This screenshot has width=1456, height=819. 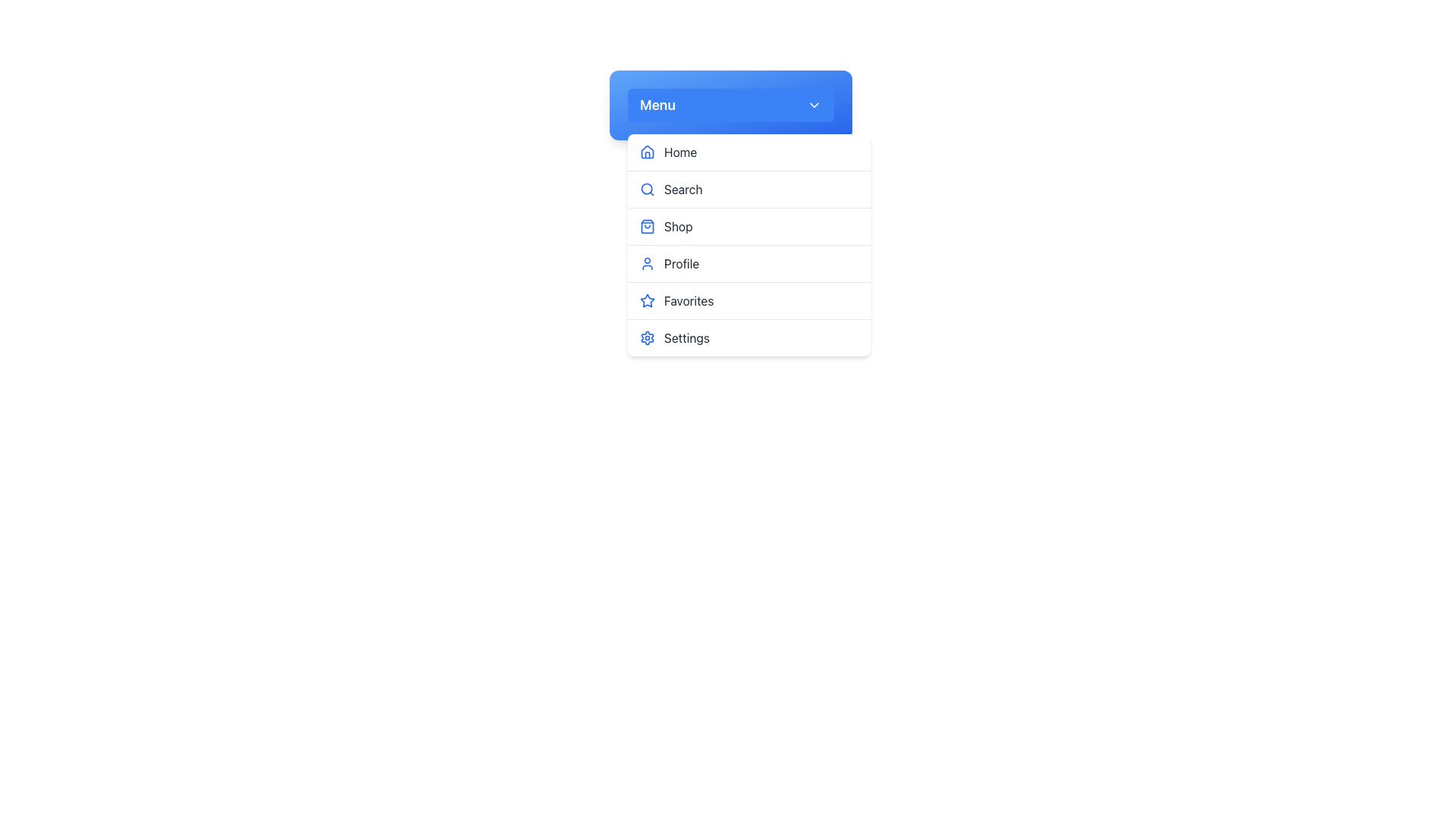 What do you see at coordinates (647, 188) in the screenshot?
I see `the blue stroke circular component of the search icon located in the second row of the menu list labeled 'Search'` at bounding box center [647, 188].